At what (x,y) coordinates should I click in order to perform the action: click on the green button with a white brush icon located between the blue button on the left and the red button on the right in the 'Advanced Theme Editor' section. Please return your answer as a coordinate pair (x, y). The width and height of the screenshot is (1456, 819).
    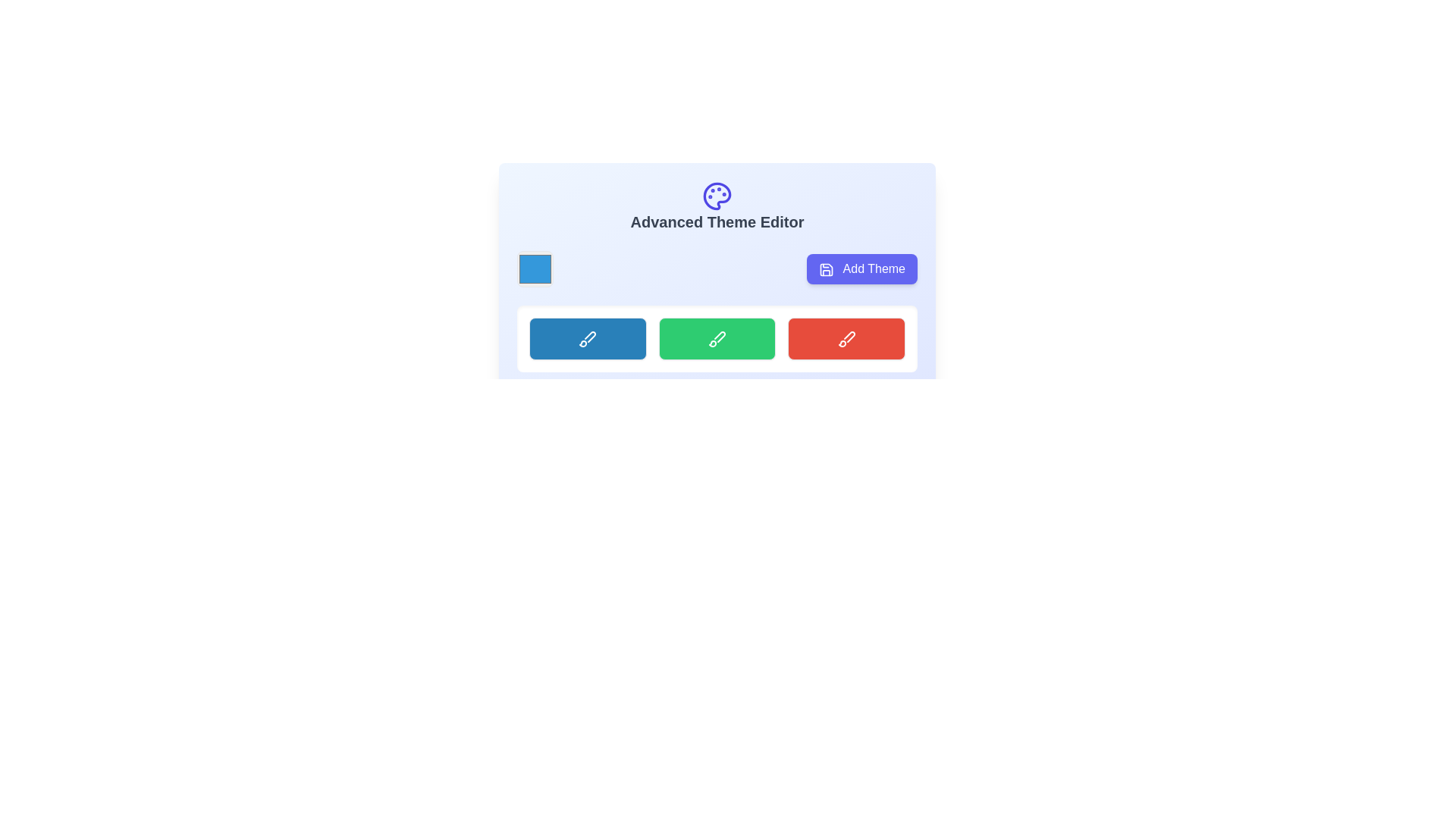
    Looking at the image, I should click on (716, 338).